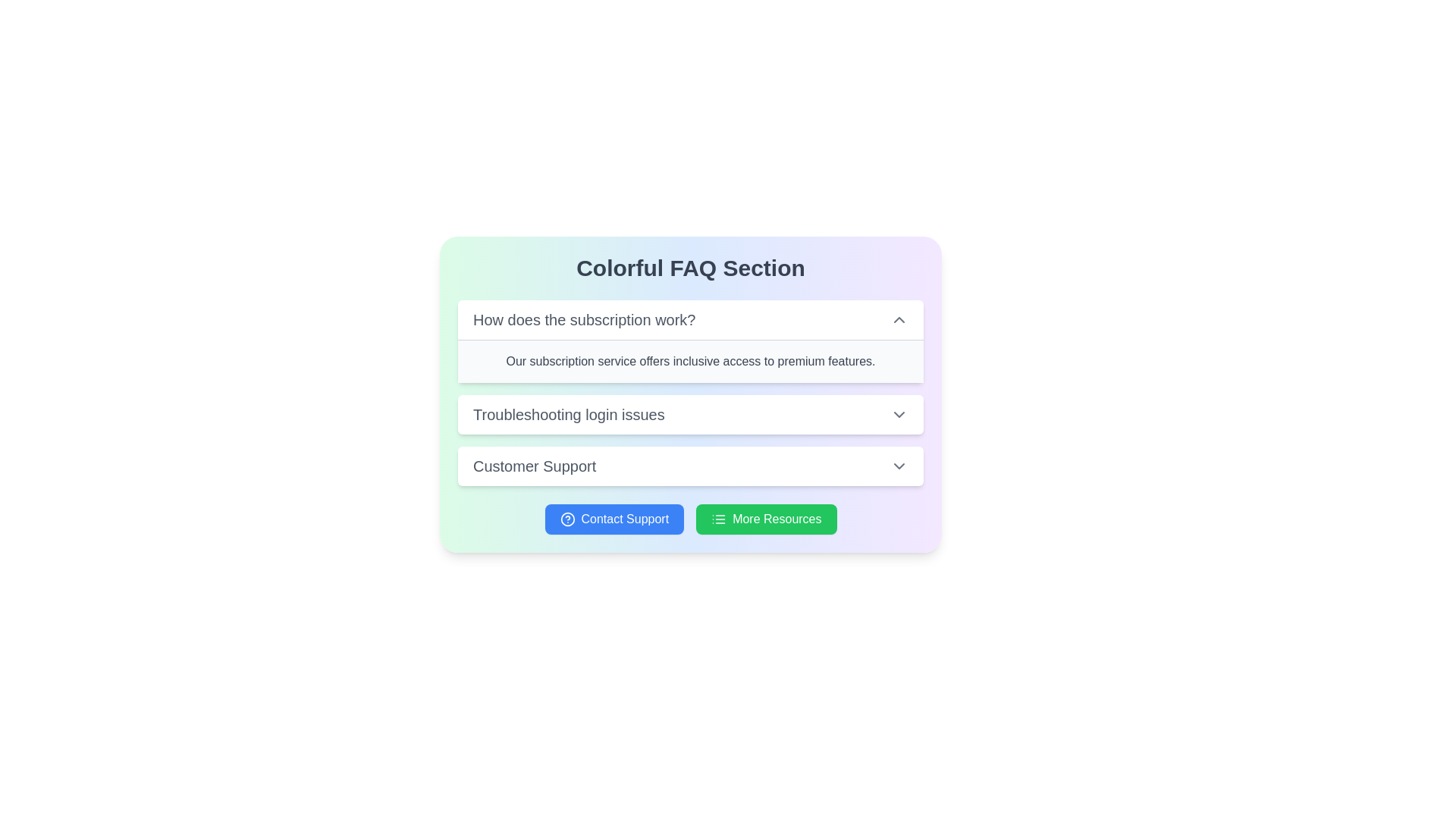 This screenshot has width=1456, height=819. Describe the element at coordinates (614, 519) in the screenshot. I see `the blue rectangular button labeled 'Contact Support' located at the bottom center of the interface` at that location.